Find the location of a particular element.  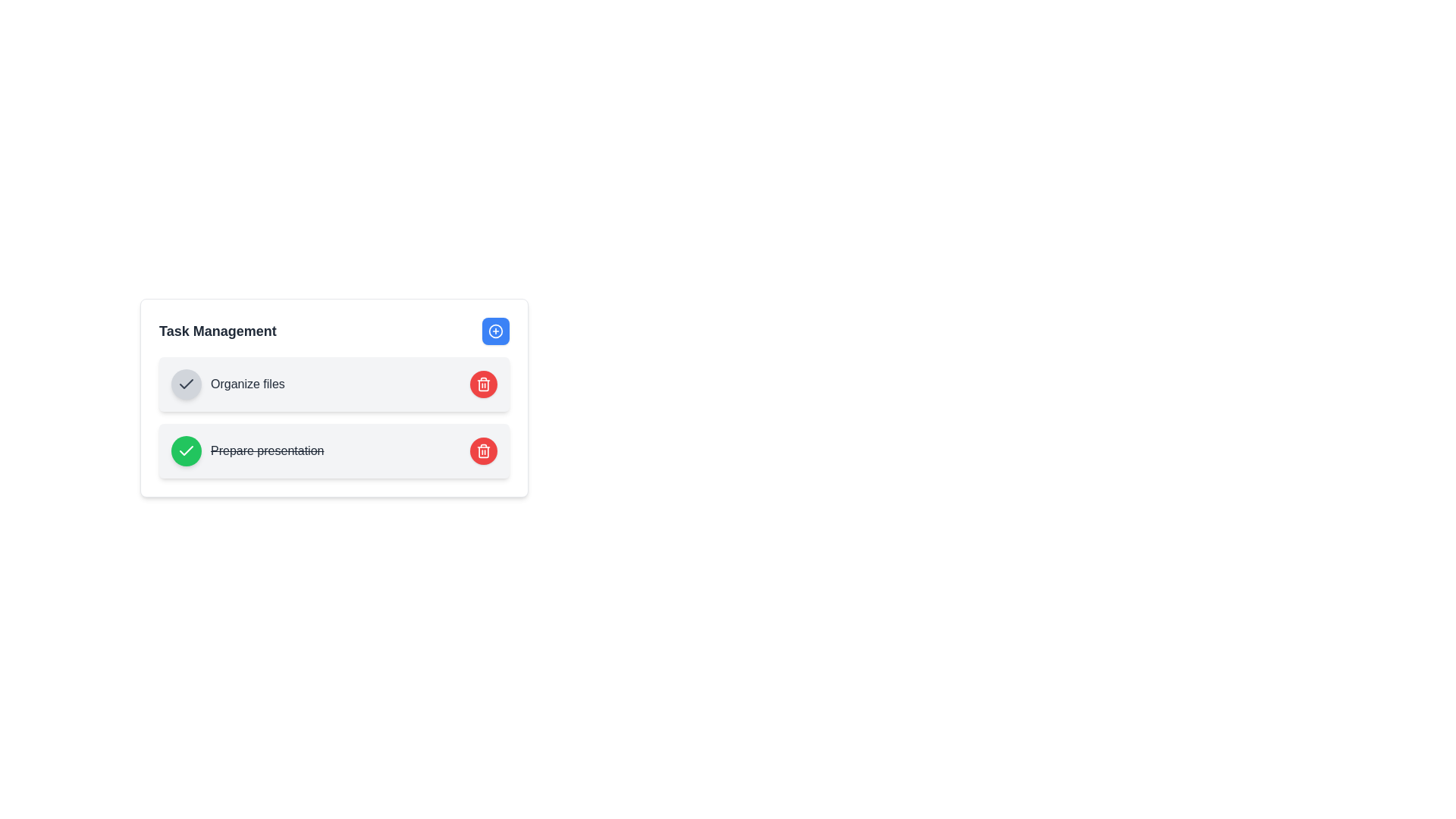

the checkmark icon indicating task completion located to the left of the text 'Prepare presentation' in the second task item under the 'Task Management' header is located at coordinates (185, 383).